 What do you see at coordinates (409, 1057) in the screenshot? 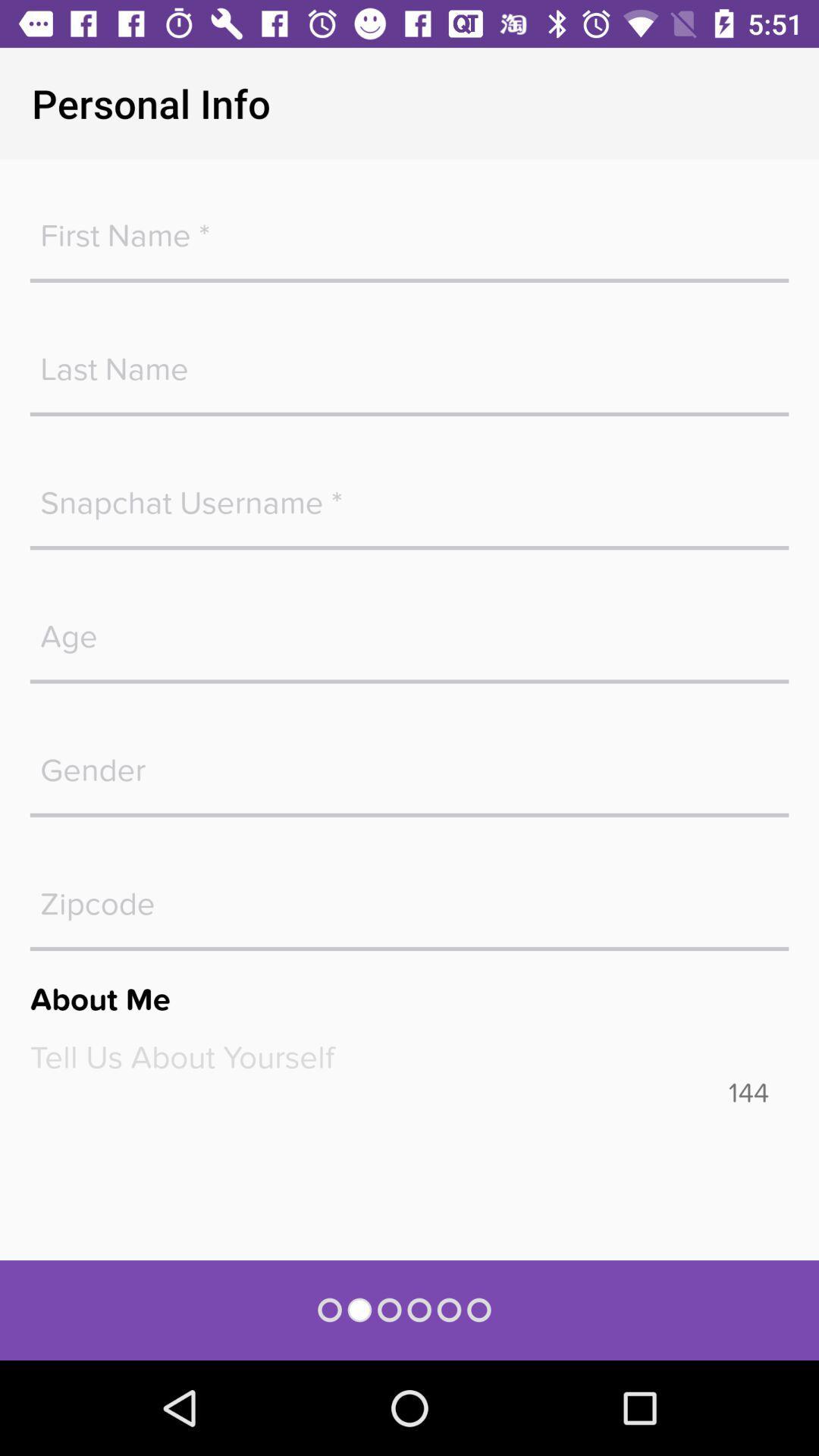
I see `text box` at bounding box center [409, 1057].